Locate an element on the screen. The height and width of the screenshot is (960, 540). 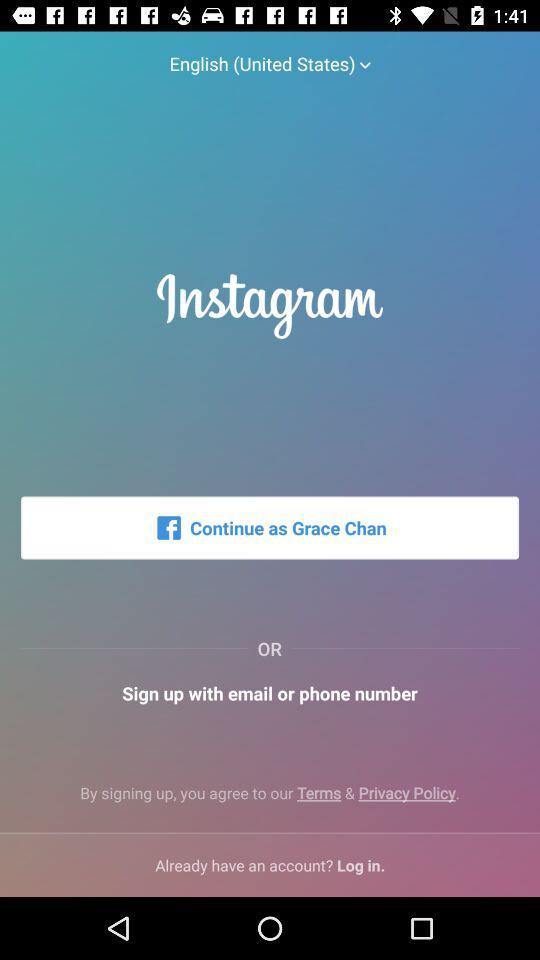
the already have an icon is located at coordinates (270, 864).